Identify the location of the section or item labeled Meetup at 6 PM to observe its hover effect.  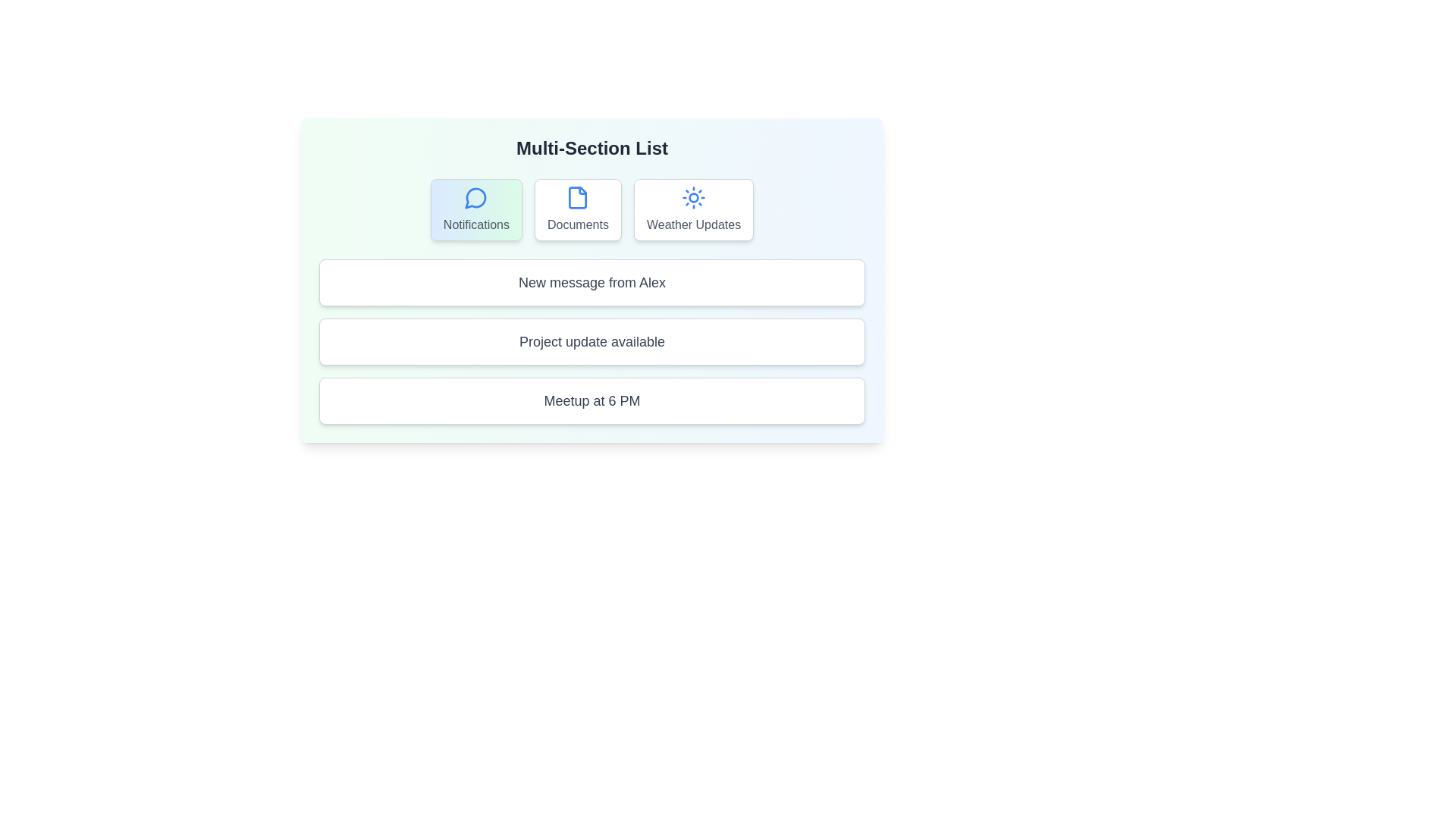
(591, 400).